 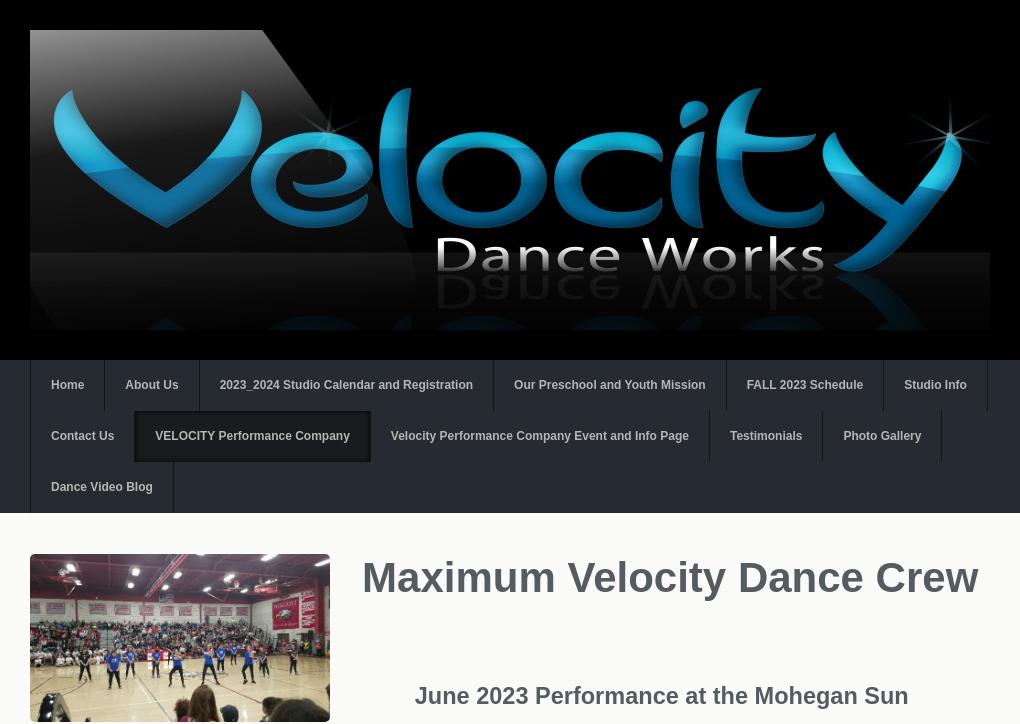 What do you see at coordinates (252, 435) in the screenshot?
I see `'VELOCITY Performance Company'` at bounding box center [252, 435].